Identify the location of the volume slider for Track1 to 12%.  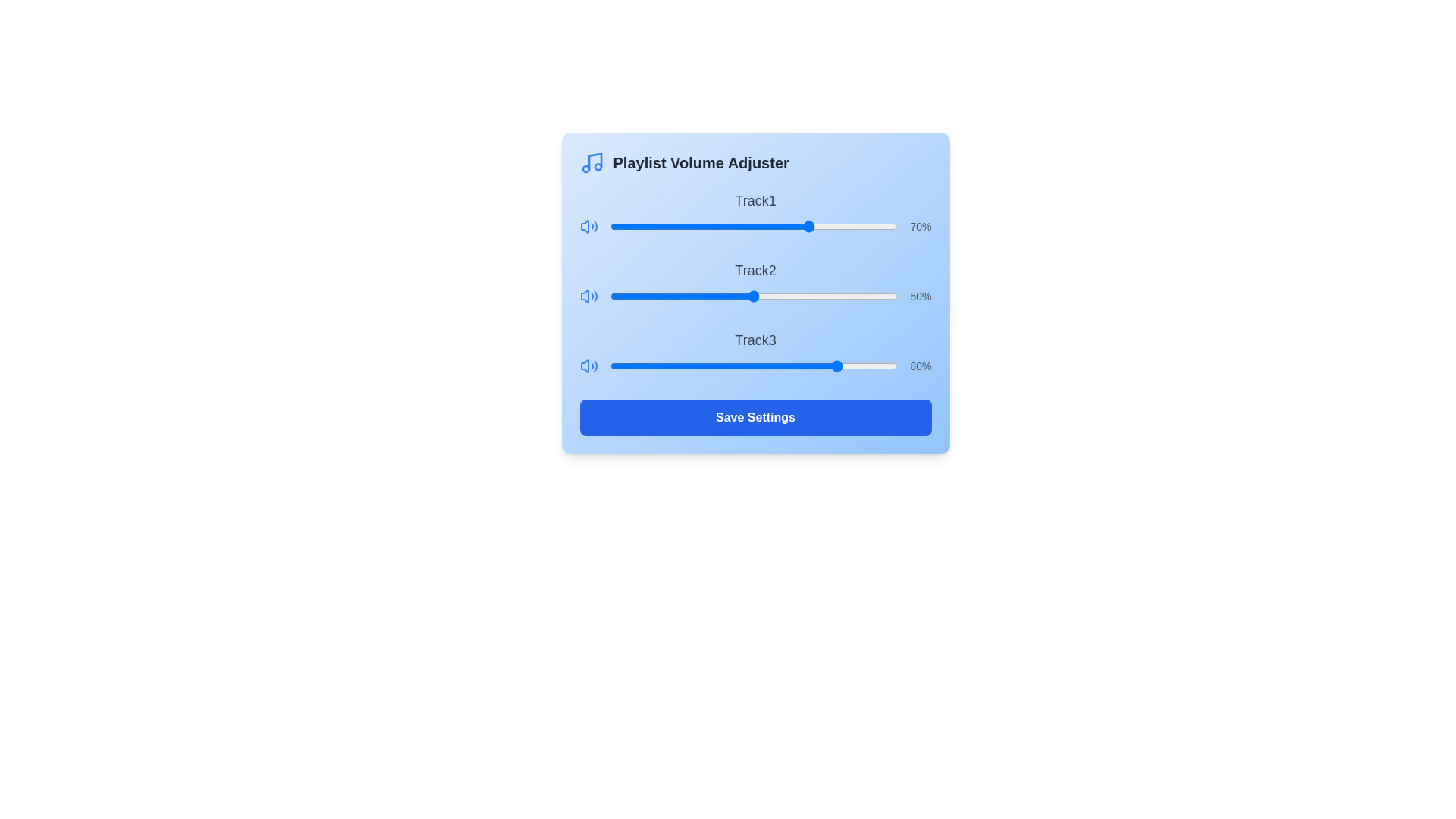
(645, 227).